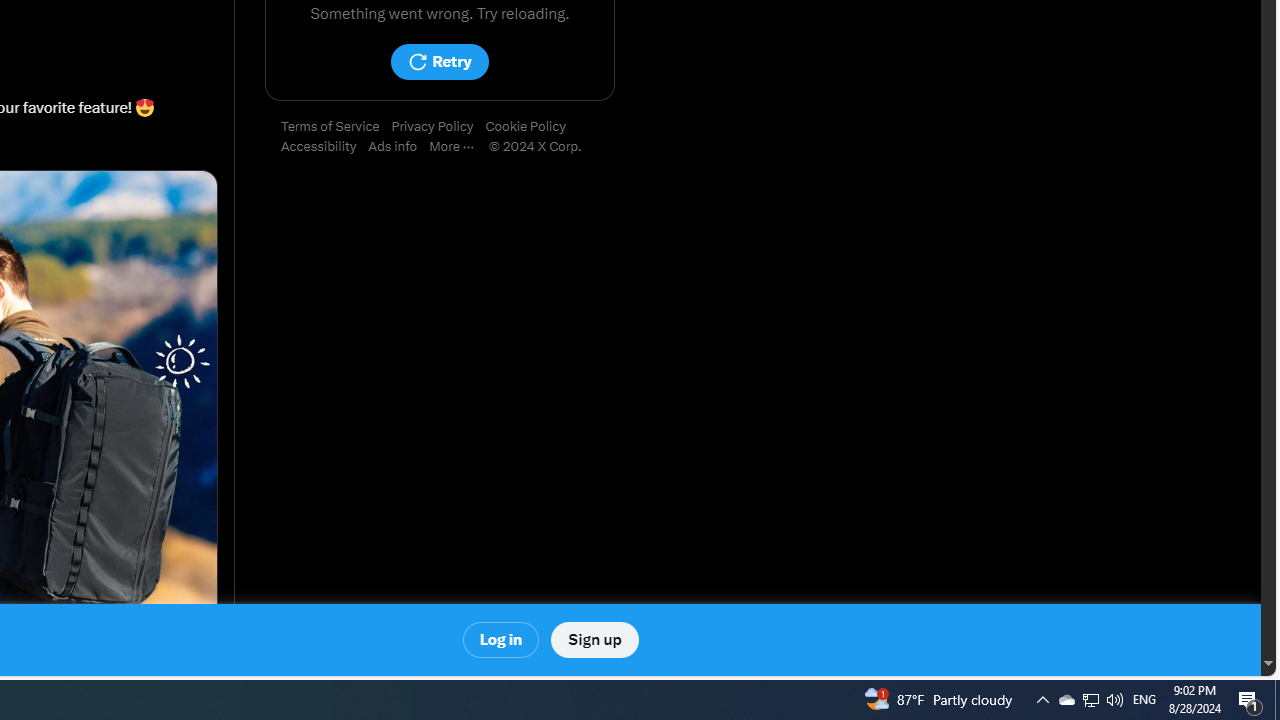  What do you see at coordinates (593, 640) in the screenshot?
I see `'Sign up'` at bounding box center [593, 640].